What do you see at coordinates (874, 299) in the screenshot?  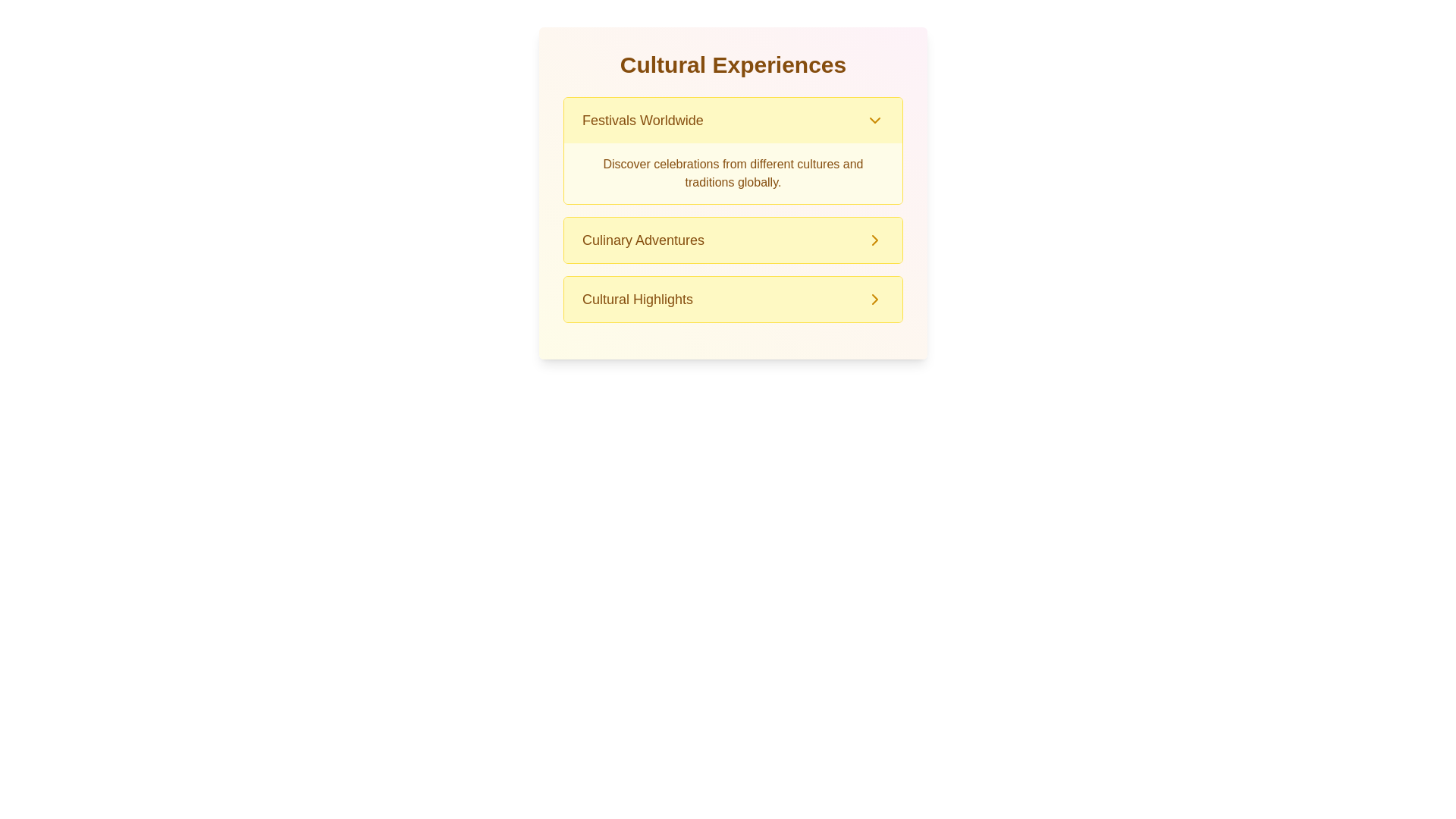 I see `the right-pointing chevron icon styled with yellow color, located to the far right of the 'Cultural Highlights' label in the bottom section of the 'Cultural Experiences' card` at bounding box center [874, 299].